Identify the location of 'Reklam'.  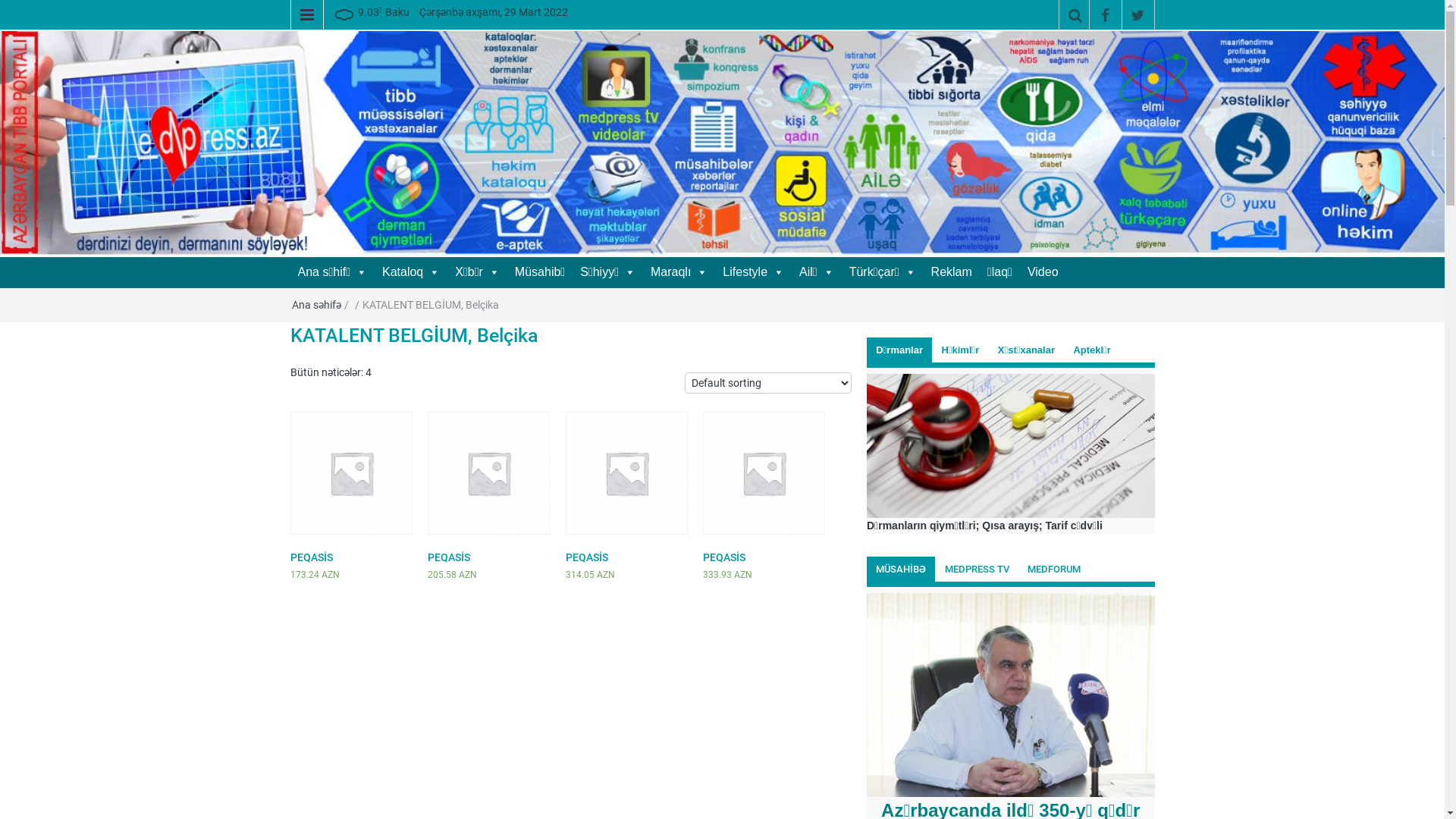
(950, 271).